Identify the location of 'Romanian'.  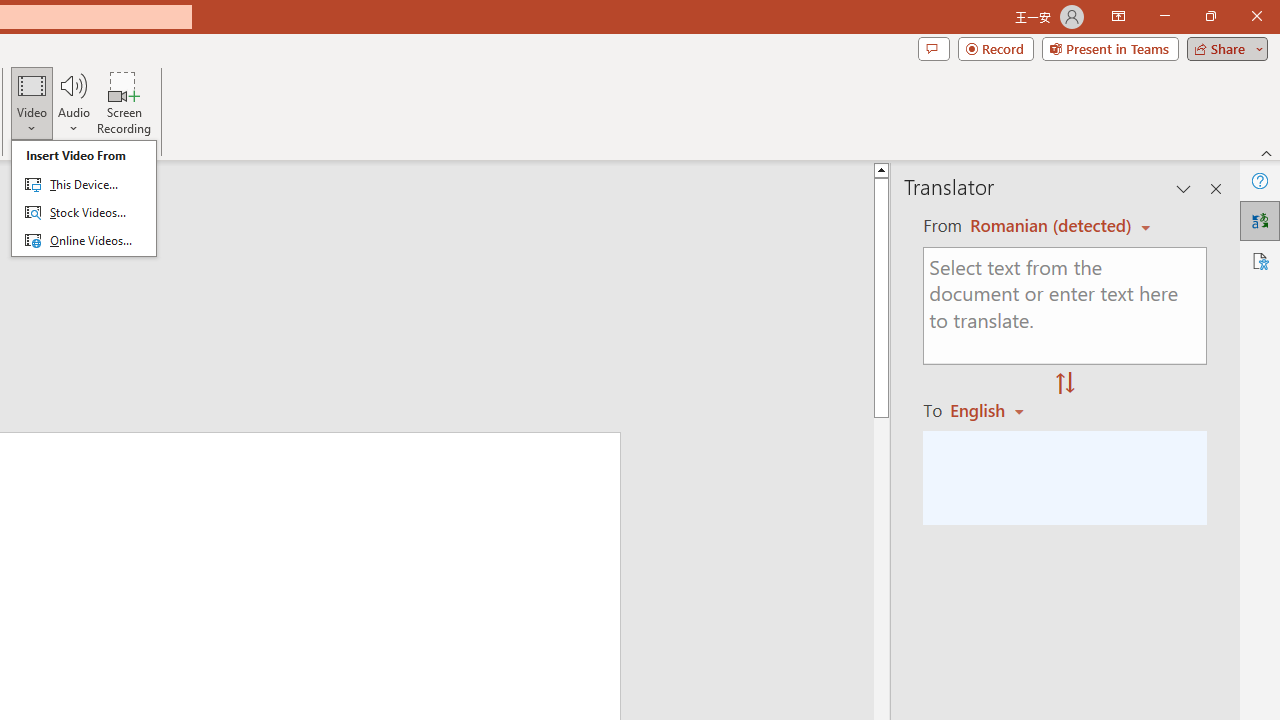
(994, 409).